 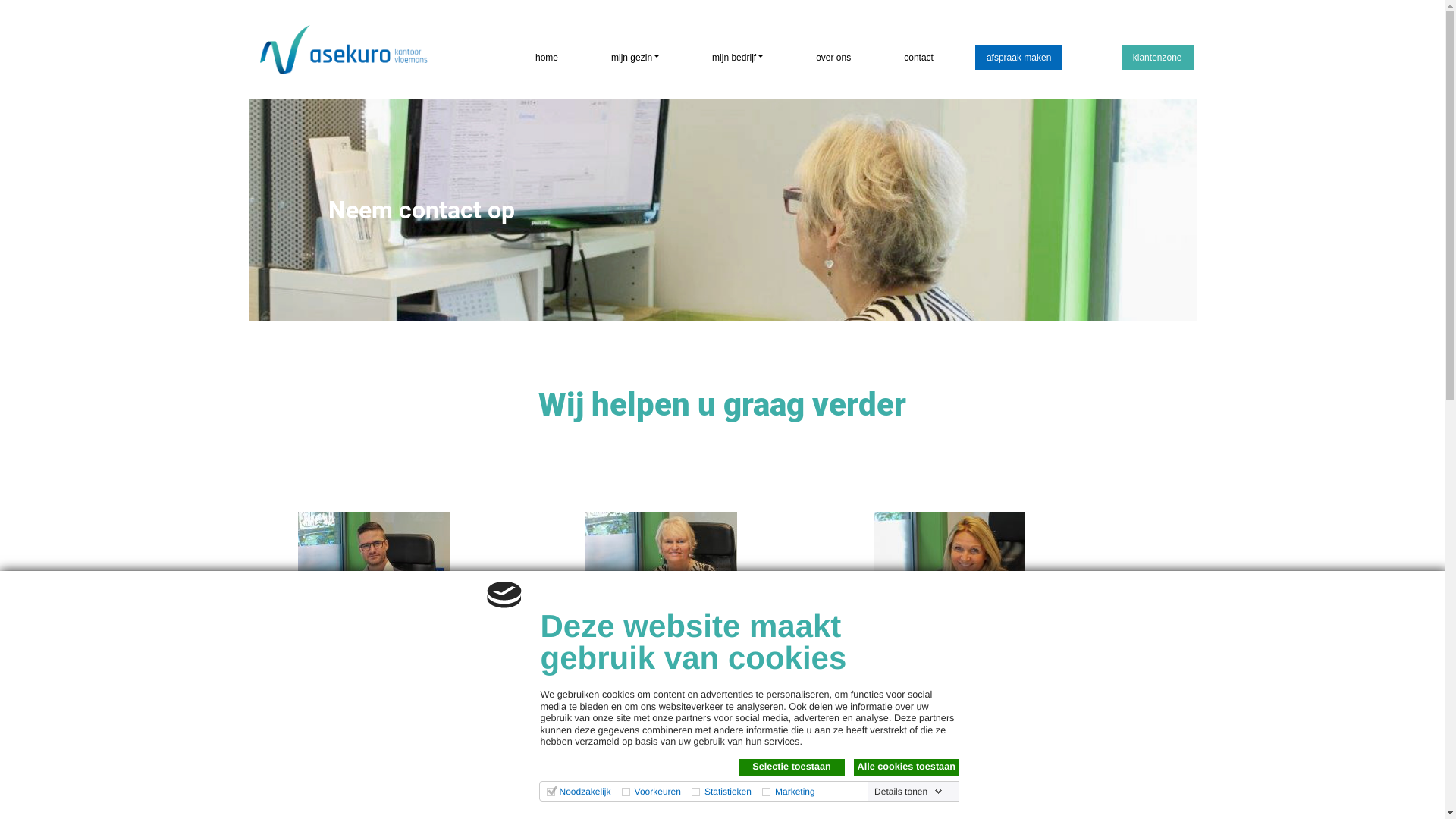 I want to click on 'Selectie toestaan', so click(x=739, y=767).